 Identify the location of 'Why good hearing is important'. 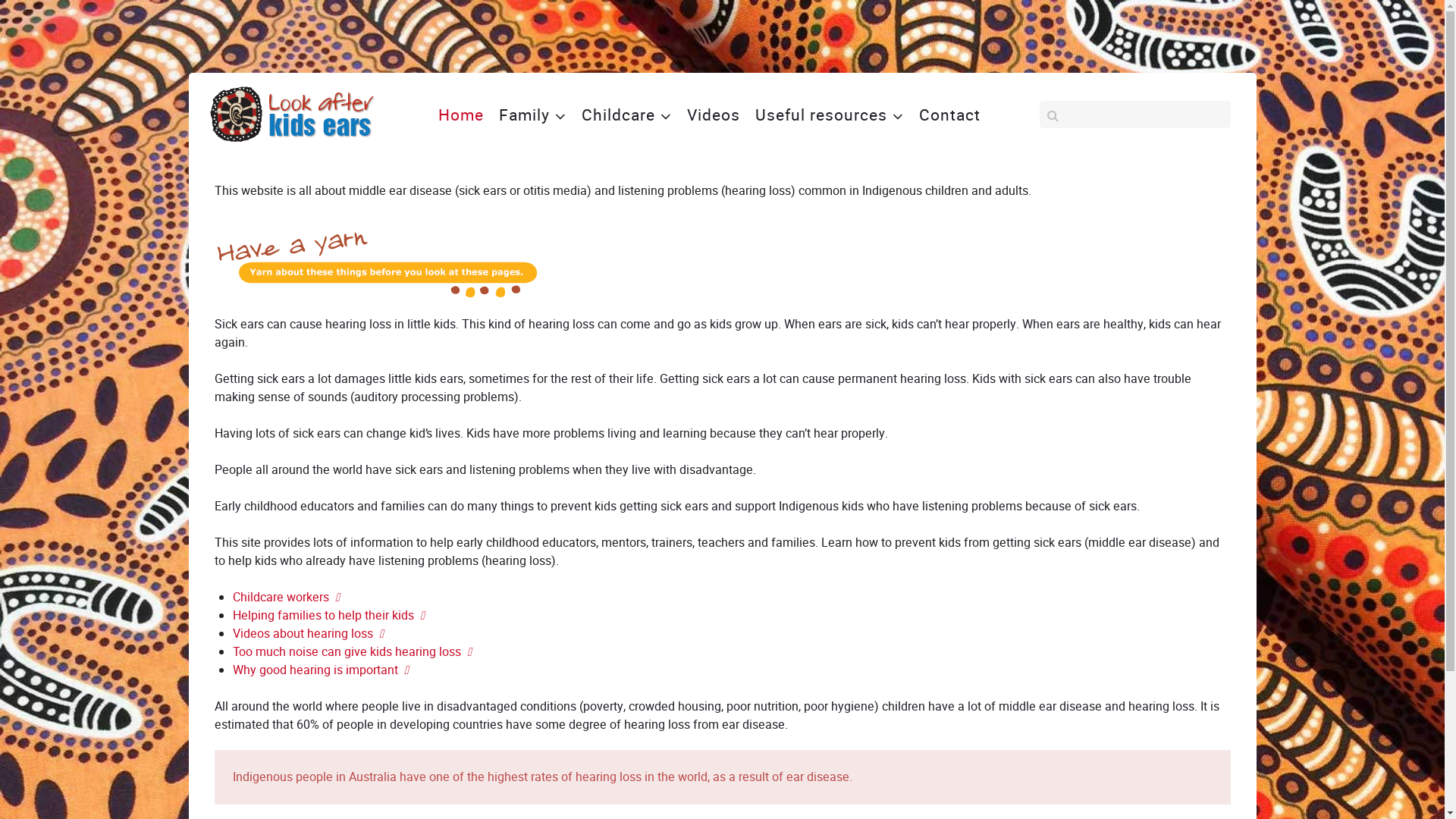
(319, 669).